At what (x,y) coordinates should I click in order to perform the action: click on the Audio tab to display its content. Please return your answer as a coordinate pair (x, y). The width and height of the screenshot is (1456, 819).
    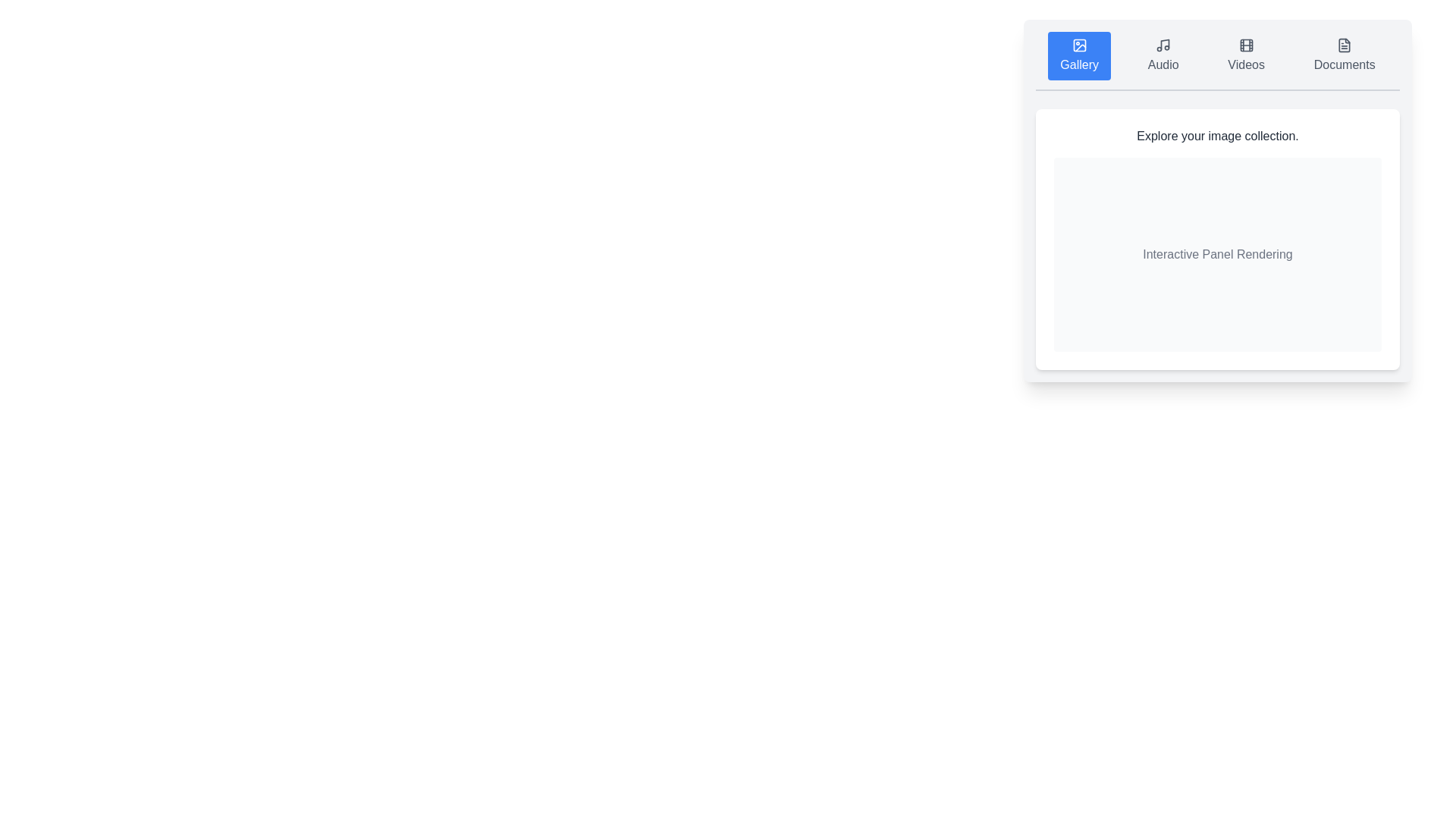
    Looking at the image, I should click on (1163, 55).